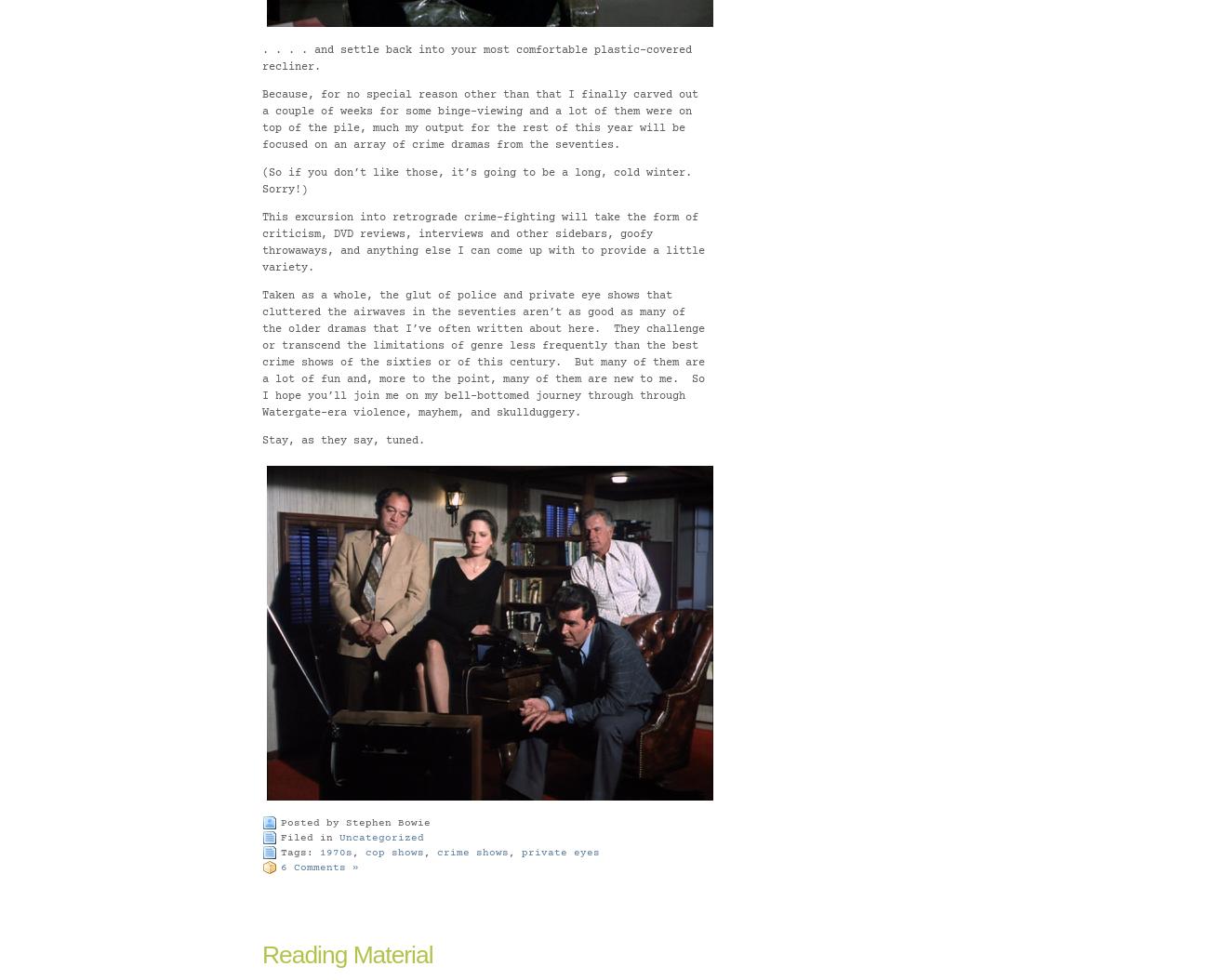 The width and height of the screenshot is (1209, 980). What do you see at coordinates (280, 836) in the screenshot?
I see `'Filed in'` at bounding box center [280, 836].